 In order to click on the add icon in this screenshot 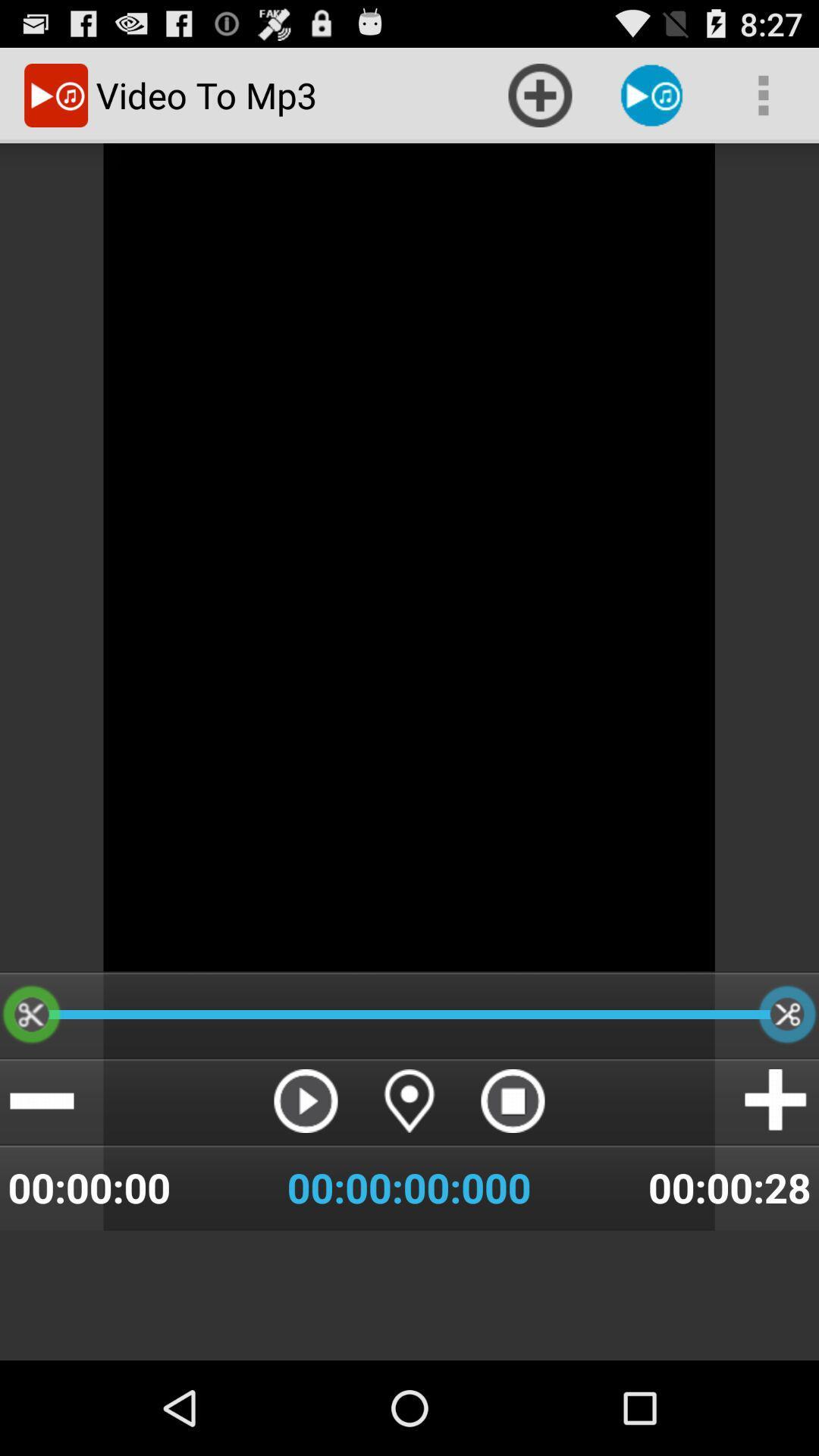, I will do `click(777, 1178)`.